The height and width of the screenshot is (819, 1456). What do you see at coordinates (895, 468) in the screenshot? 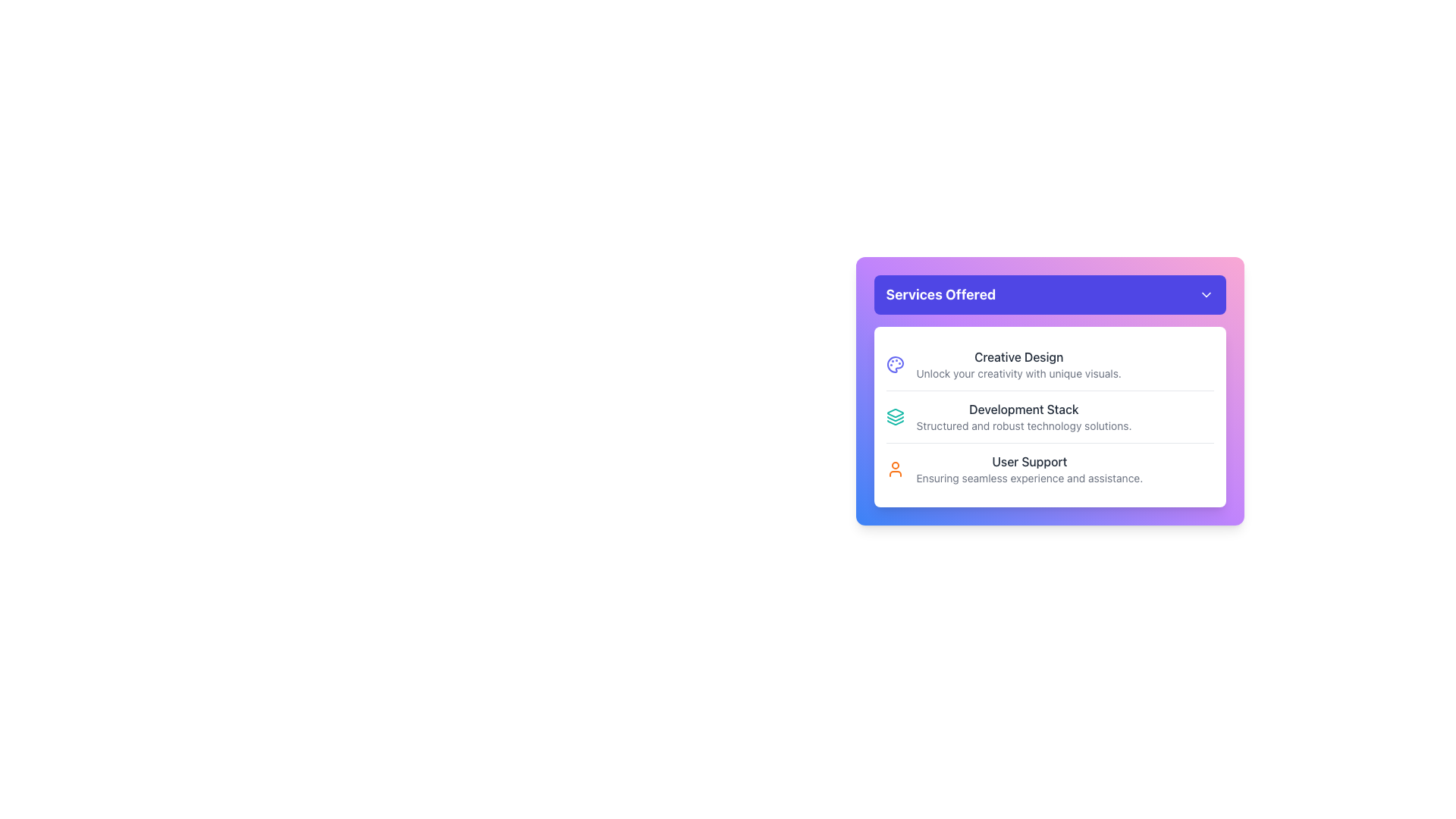
I see `the 'User Support' icon located in the bottom section of the 'Services Offered' list panel` at bounding box center [895, 468].